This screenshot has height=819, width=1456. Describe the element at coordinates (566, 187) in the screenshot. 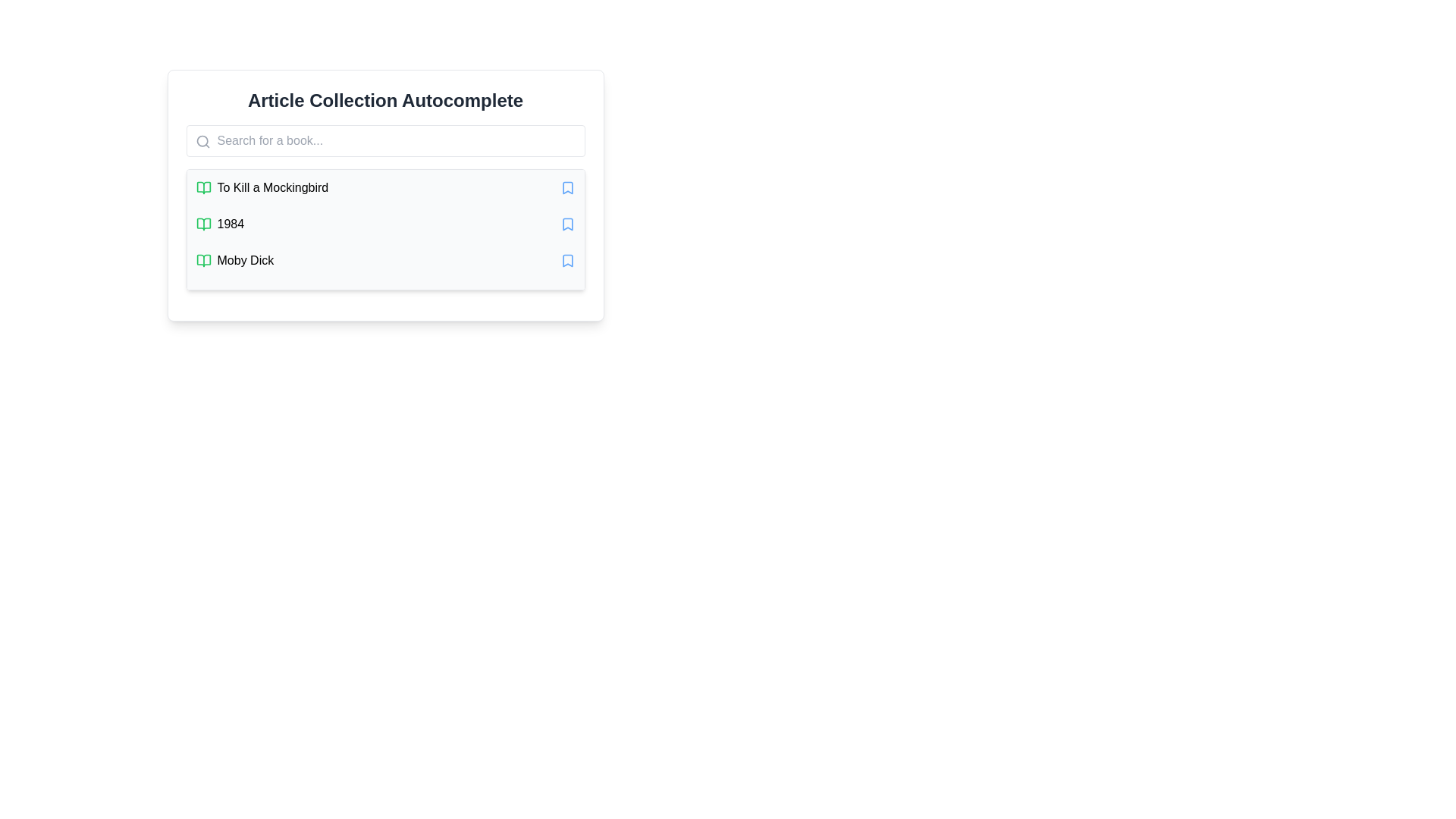

I see `the blue bookmark icon located to the right of 'To Kill a Mockingbird', which is slightly above the other bookmark icons` at that location.